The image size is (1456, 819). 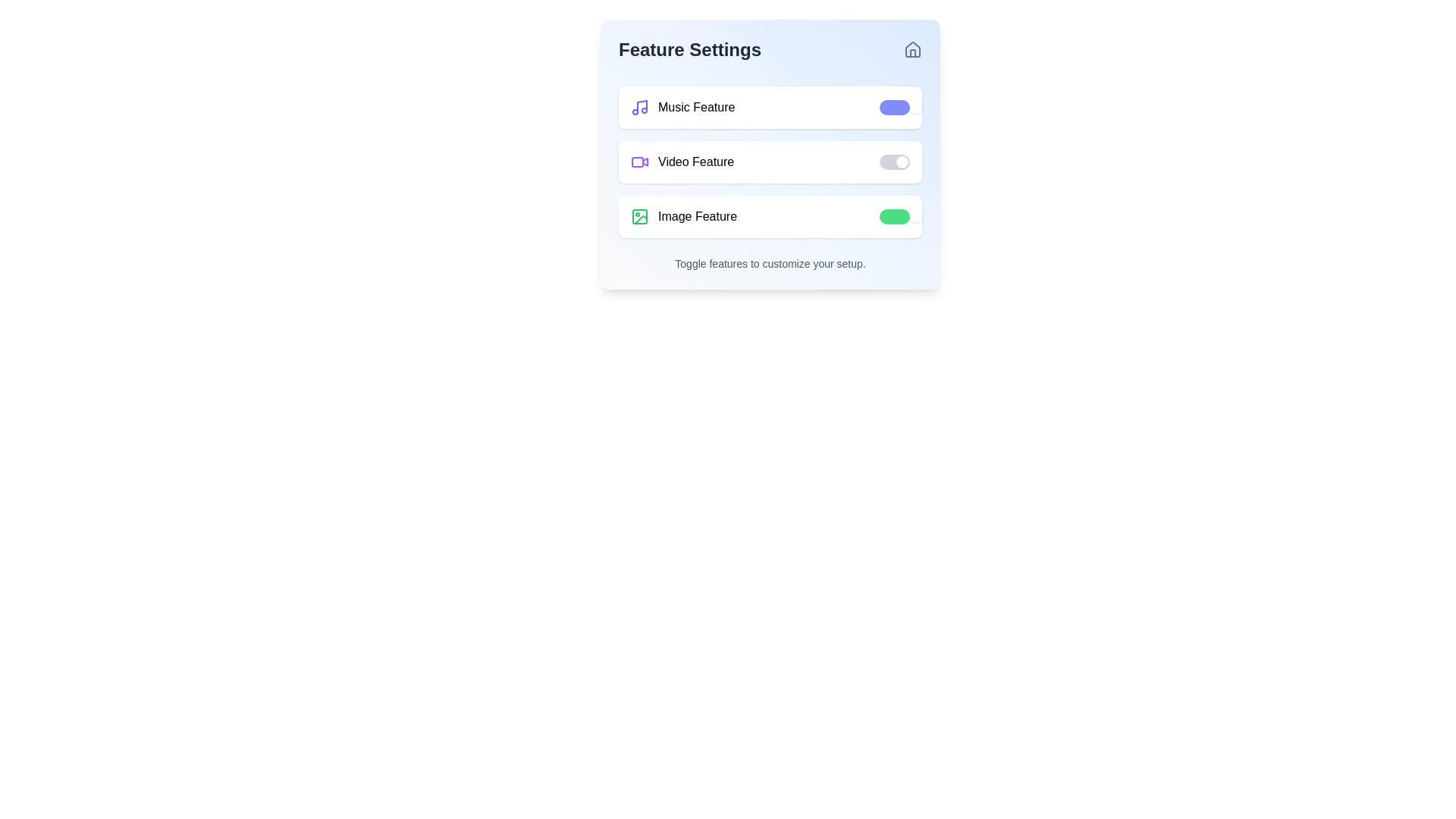 I want to click on the toggle option for the 'Video Feature' located in the 'Feature Settings' card, which is the second element in a vertical list, so click(x=770, y=162).